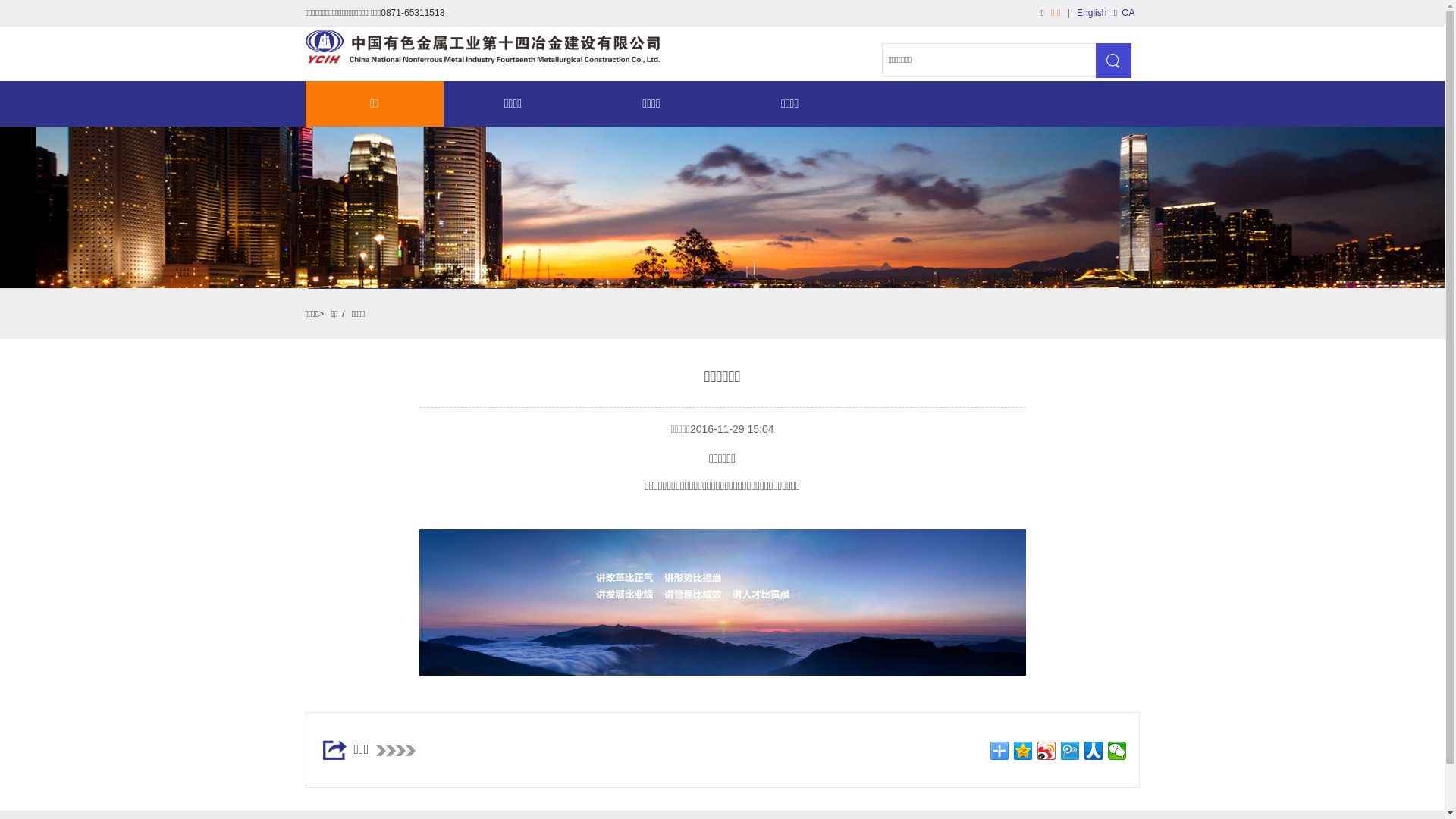 This screenshot has height=819, width=1456. Describe the element at coordinates (1117, 12) in the screenshot. I see `'OA'` at that location.